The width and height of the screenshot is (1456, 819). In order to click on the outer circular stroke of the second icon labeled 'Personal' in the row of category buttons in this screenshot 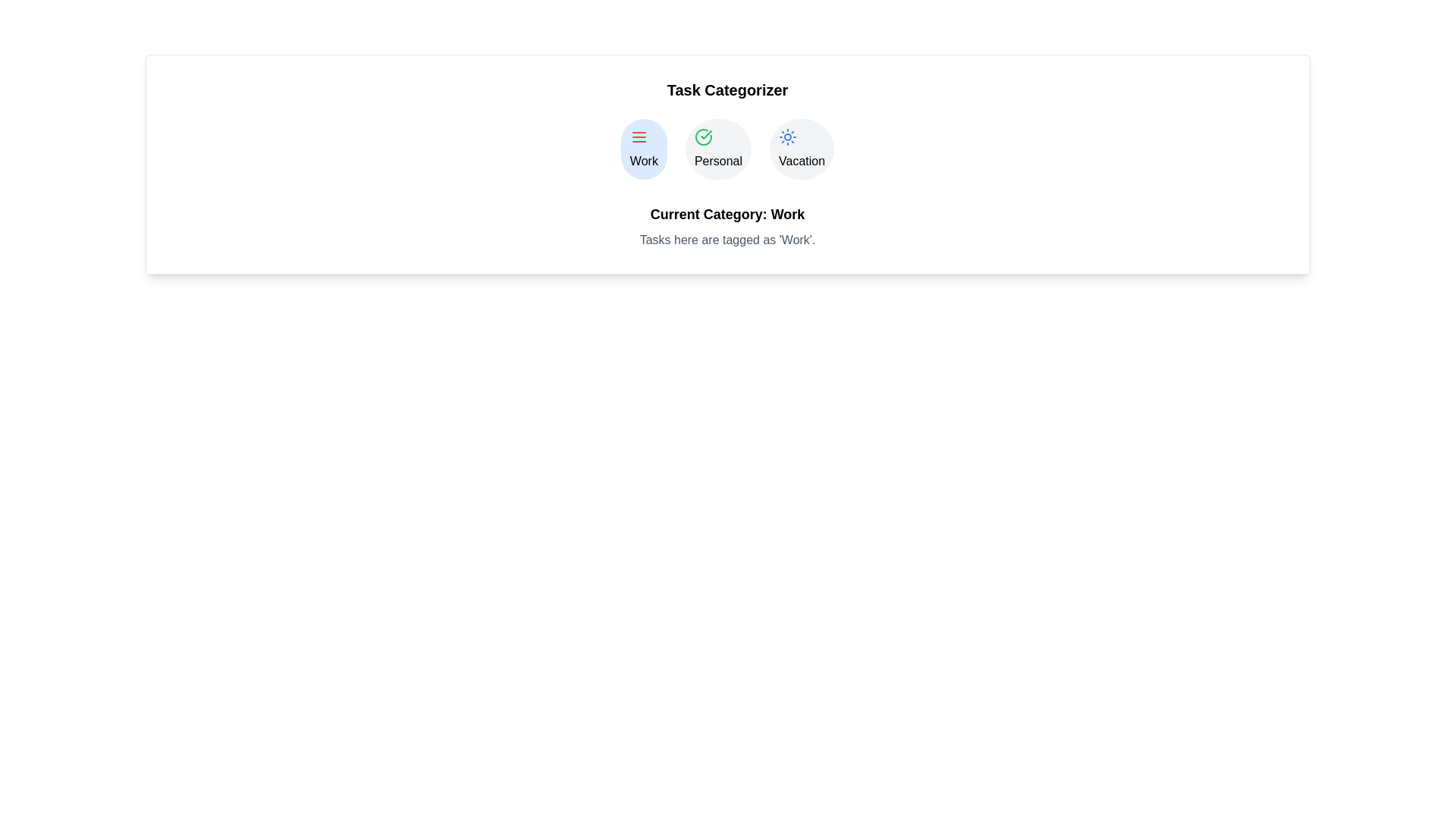, I will do `click(702, 137)`.